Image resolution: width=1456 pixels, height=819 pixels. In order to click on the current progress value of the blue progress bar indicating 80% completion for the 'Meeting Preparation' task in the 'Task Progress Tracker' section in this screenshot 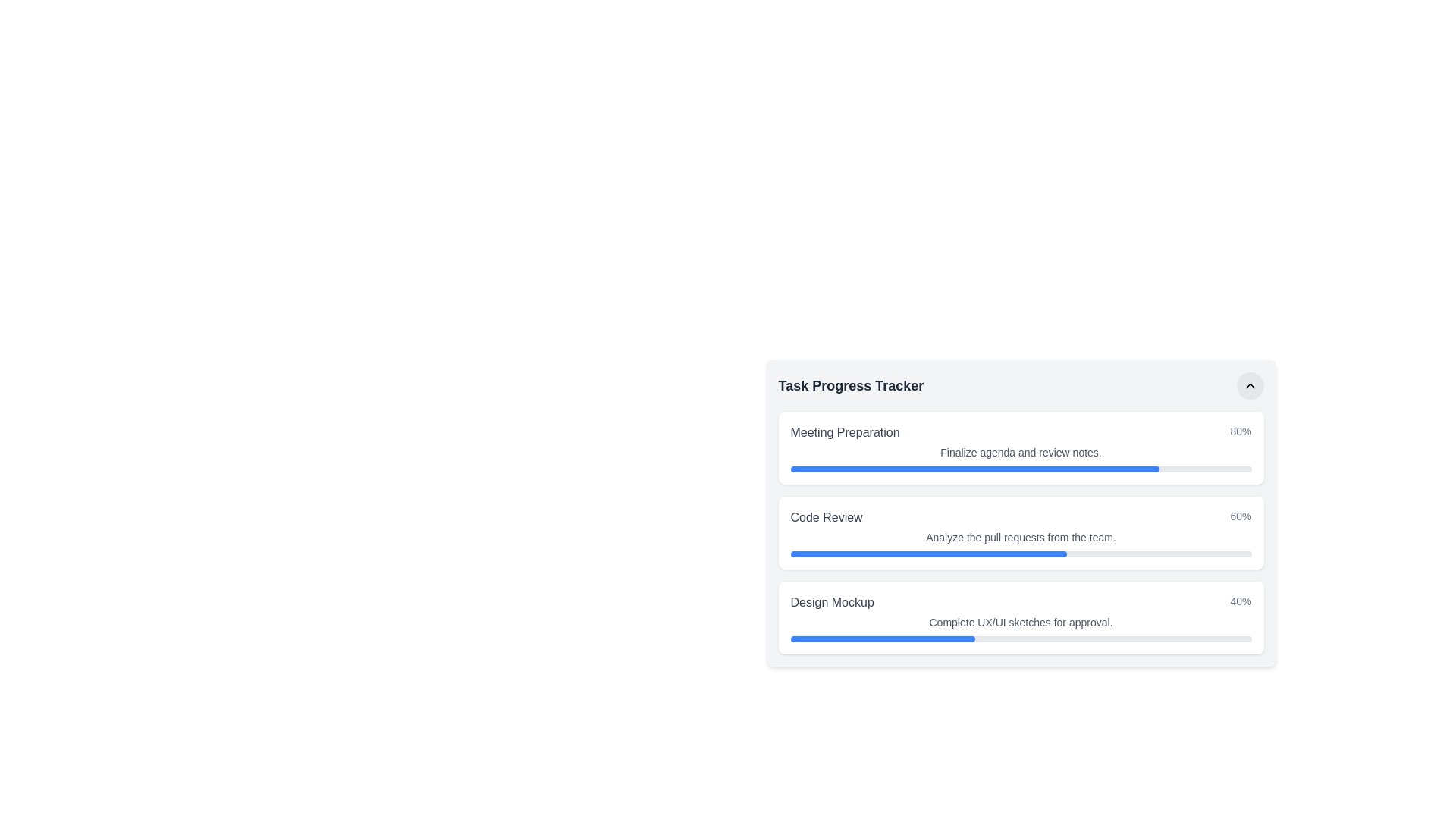, I will do `click(974, 468)`.